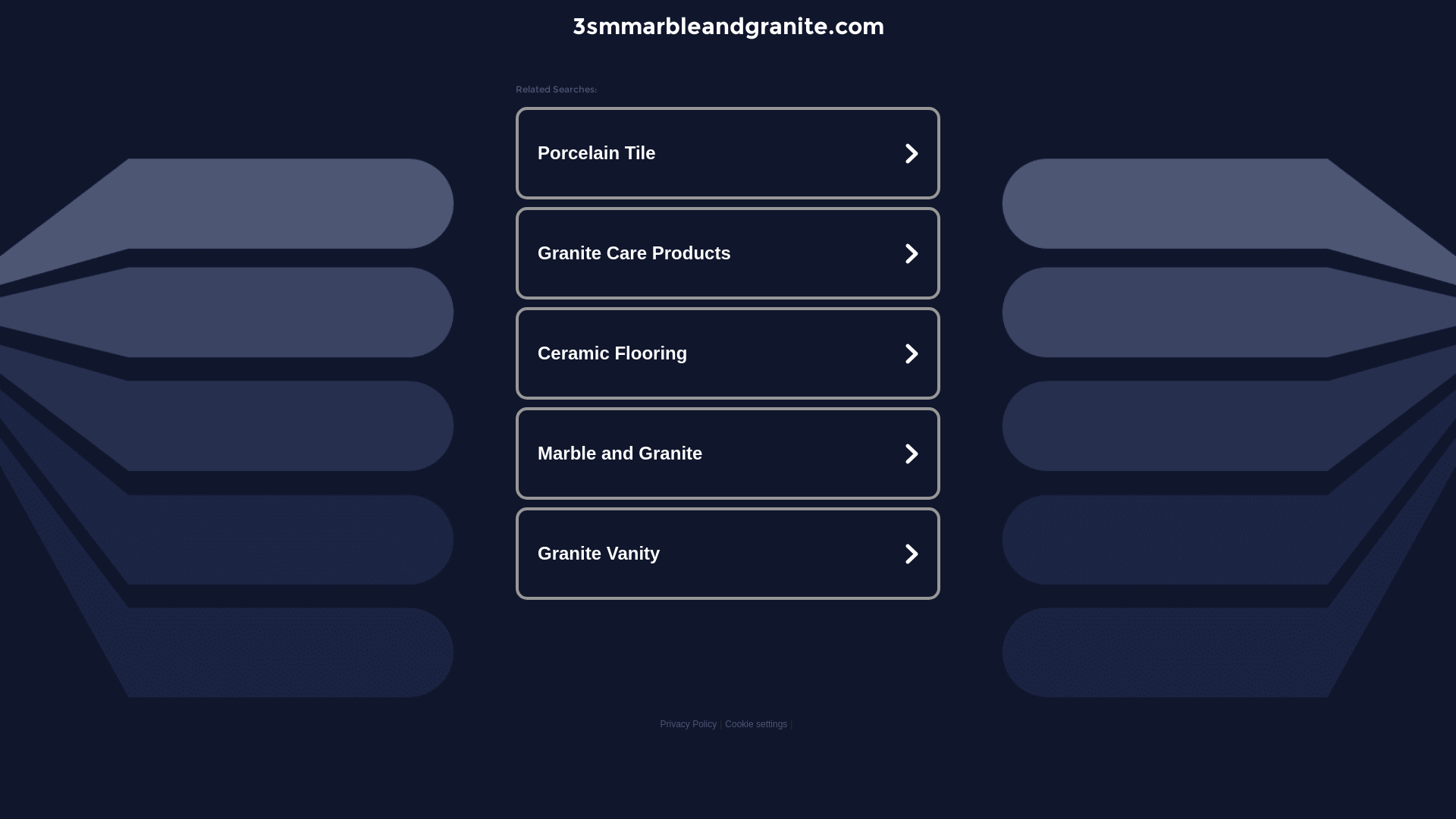 The width and height of the screenshot is (1456, 819). I want to click on 'Marble and Granite', so click(728, 452).